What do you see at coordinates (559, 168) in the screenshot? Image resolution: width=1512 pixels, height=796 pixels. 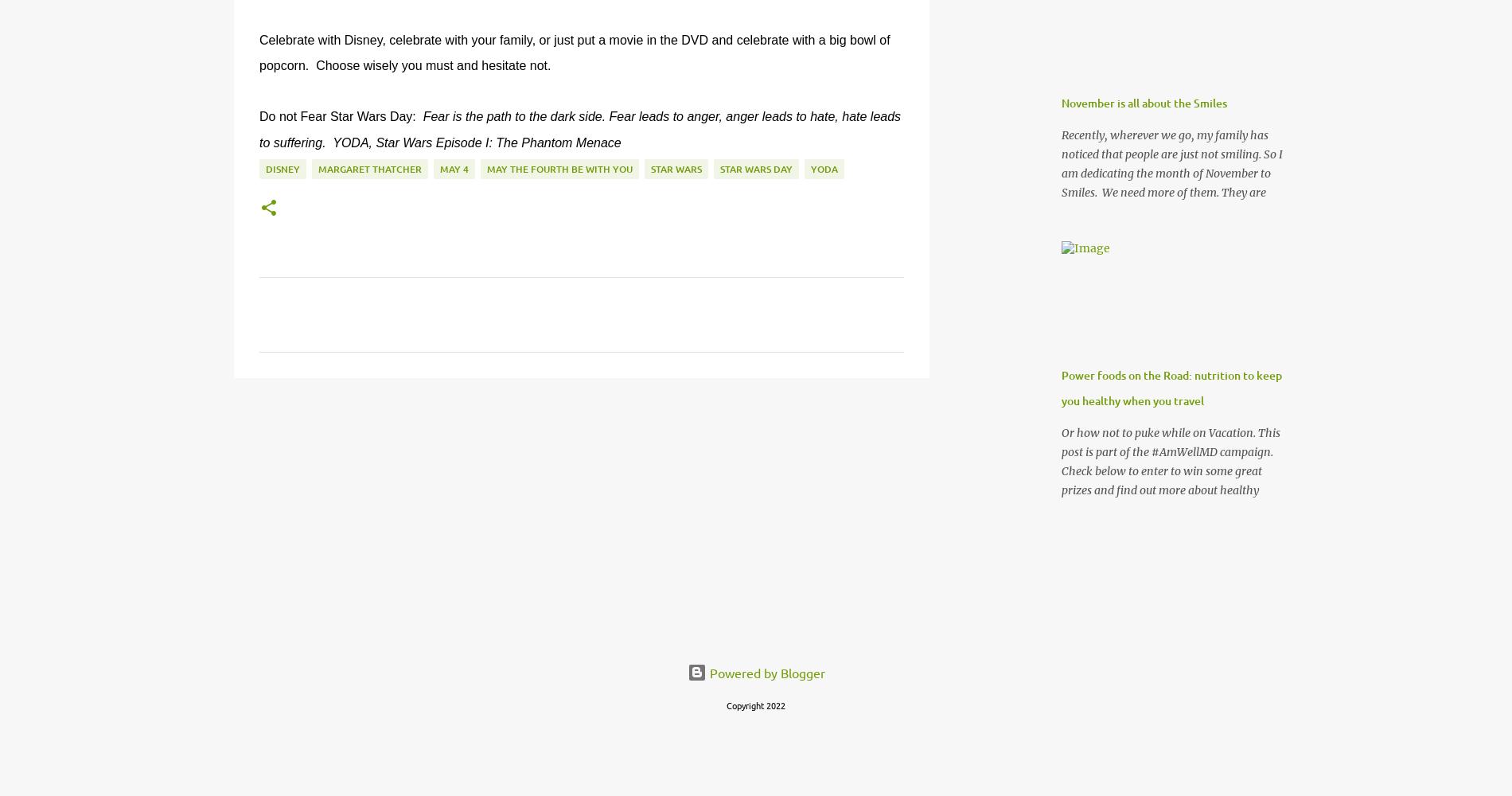 I see `'May the Fourth be with you'` at bounding box center [559, 168].